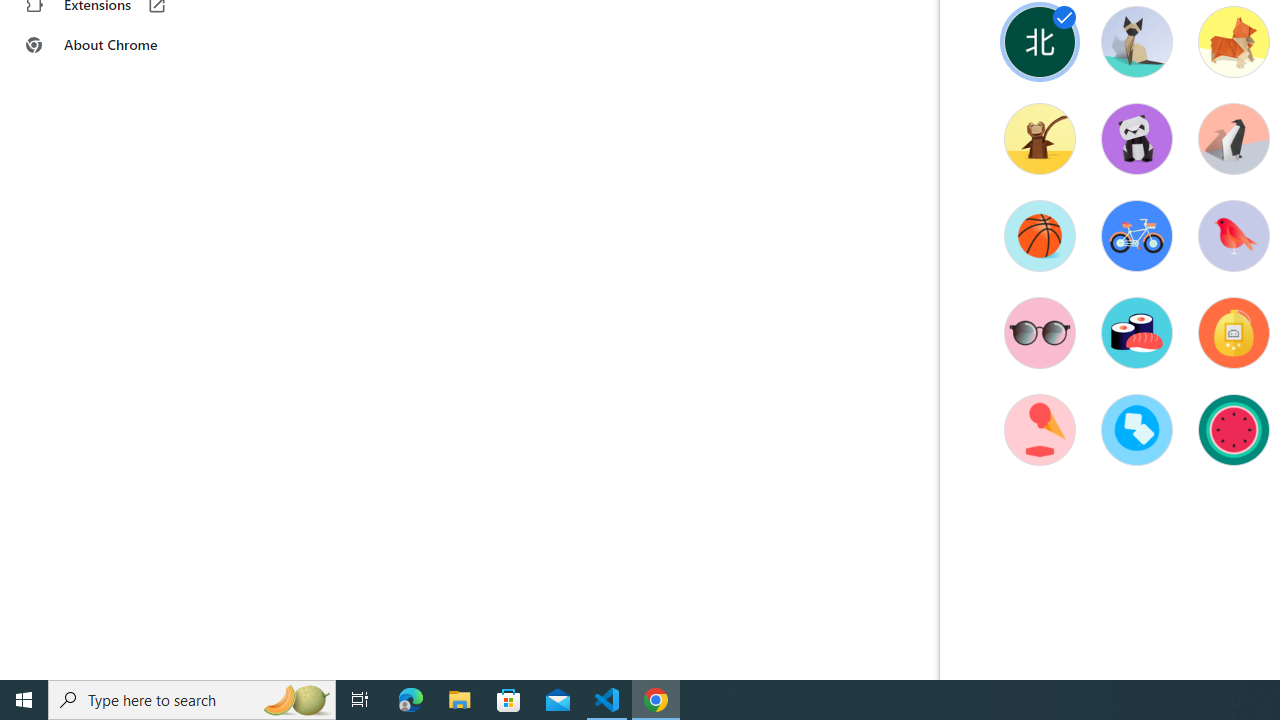 The width and height of the screenshot is (1280, 720). I want to click on 'Google Chrome - 1 running window', so click(656, 698).